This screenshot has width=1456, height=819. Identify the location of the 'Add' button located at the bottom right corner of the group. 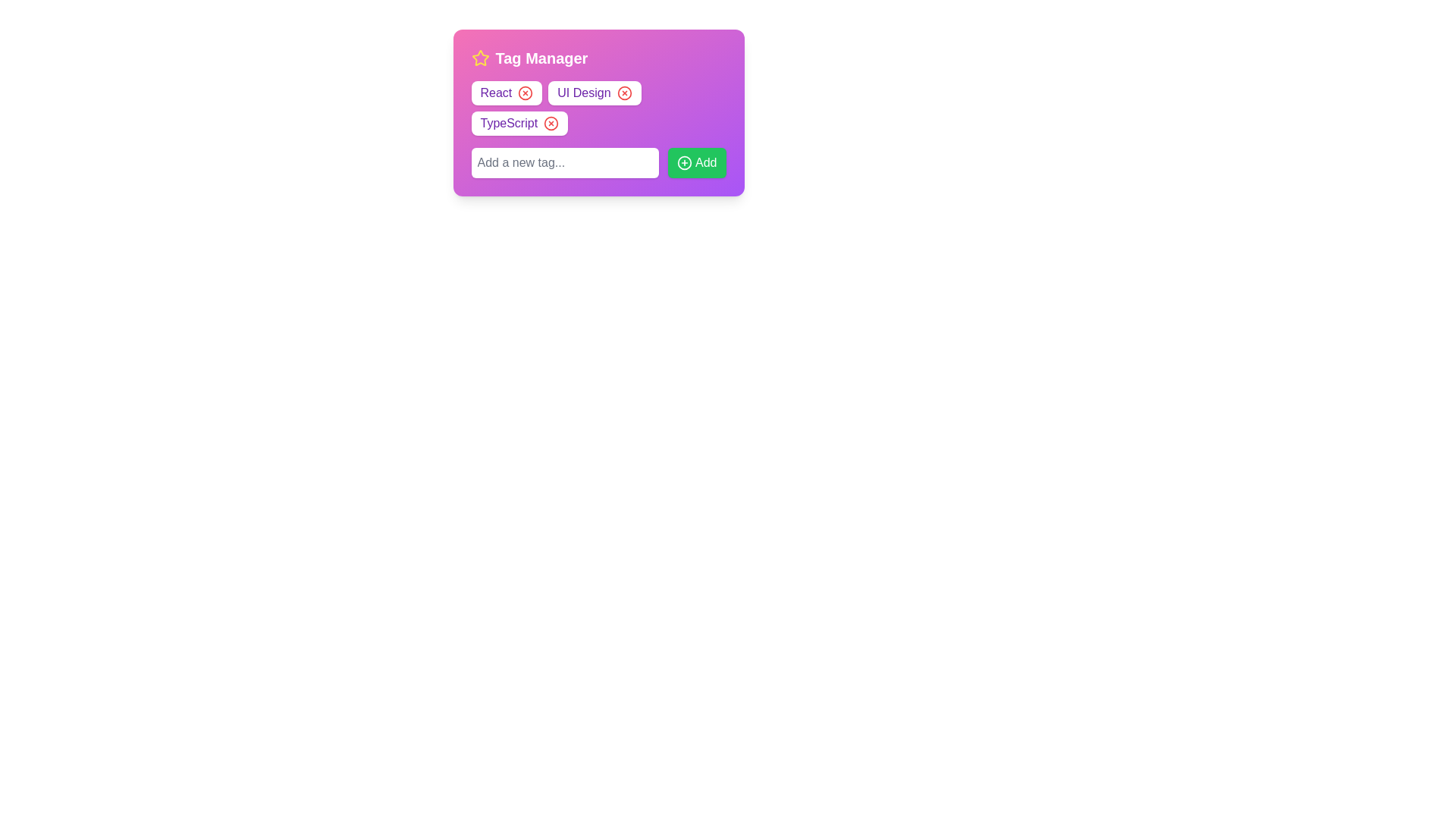
(696, 163).